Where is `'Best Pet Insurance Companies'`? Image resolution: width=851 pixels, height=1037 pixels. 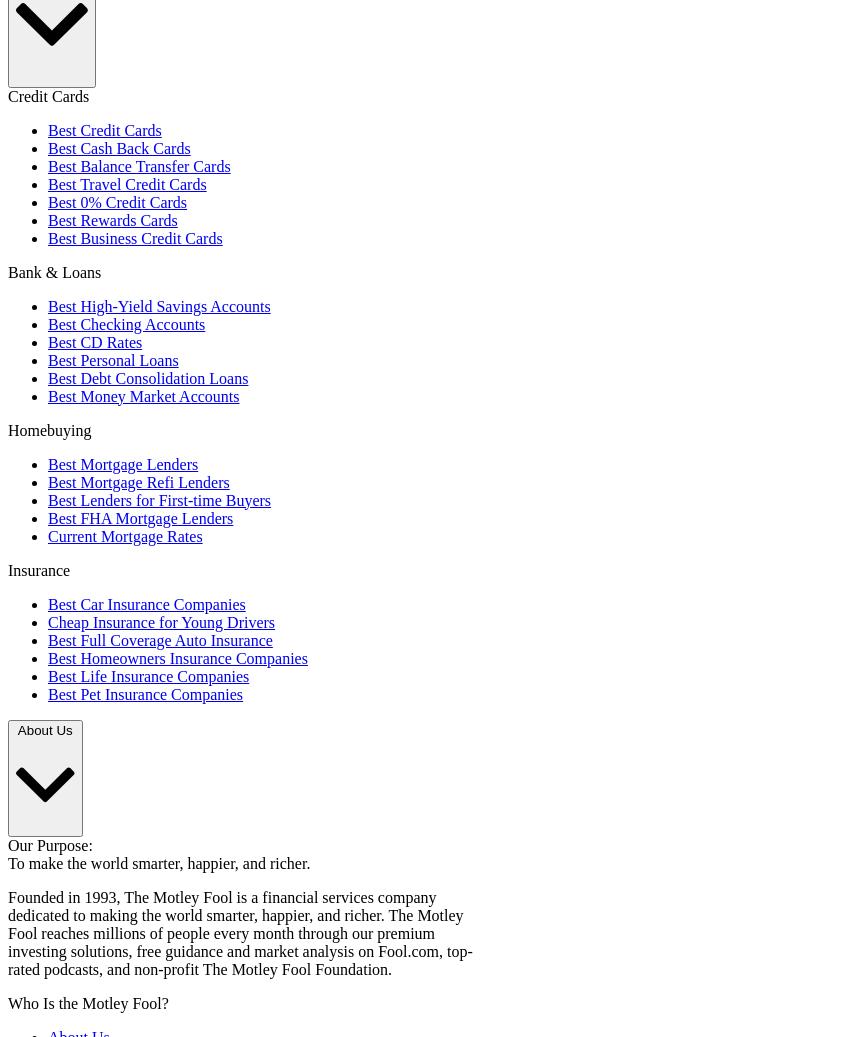
'Best Pet Insurance Companies' is located at coordinates (145, 693).